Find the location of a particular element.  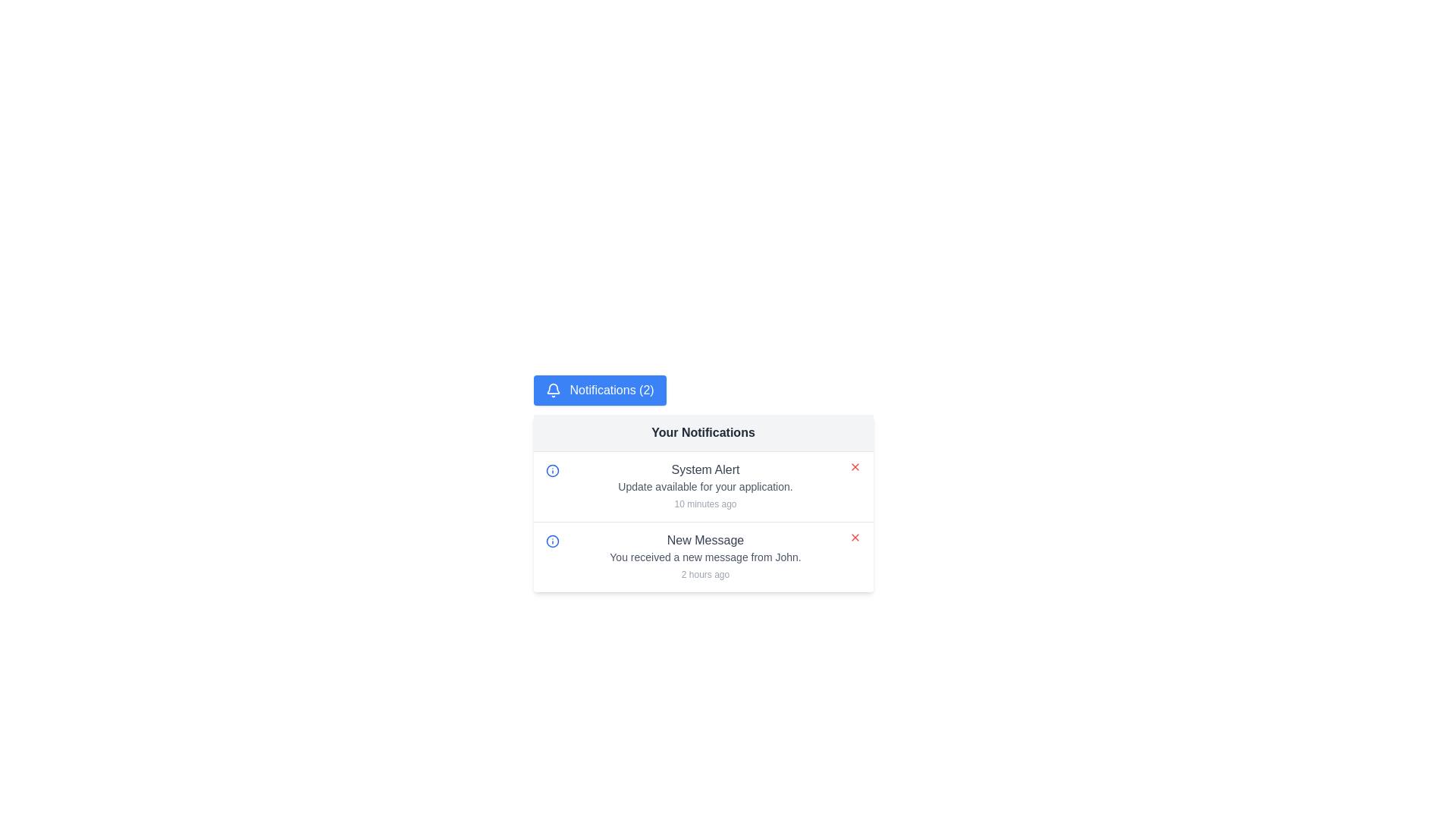

the Notification Block that displays 'System Alert' followed by 'Update available for your application.' and '10 minutes ago' is located at coordinates (704, 486).